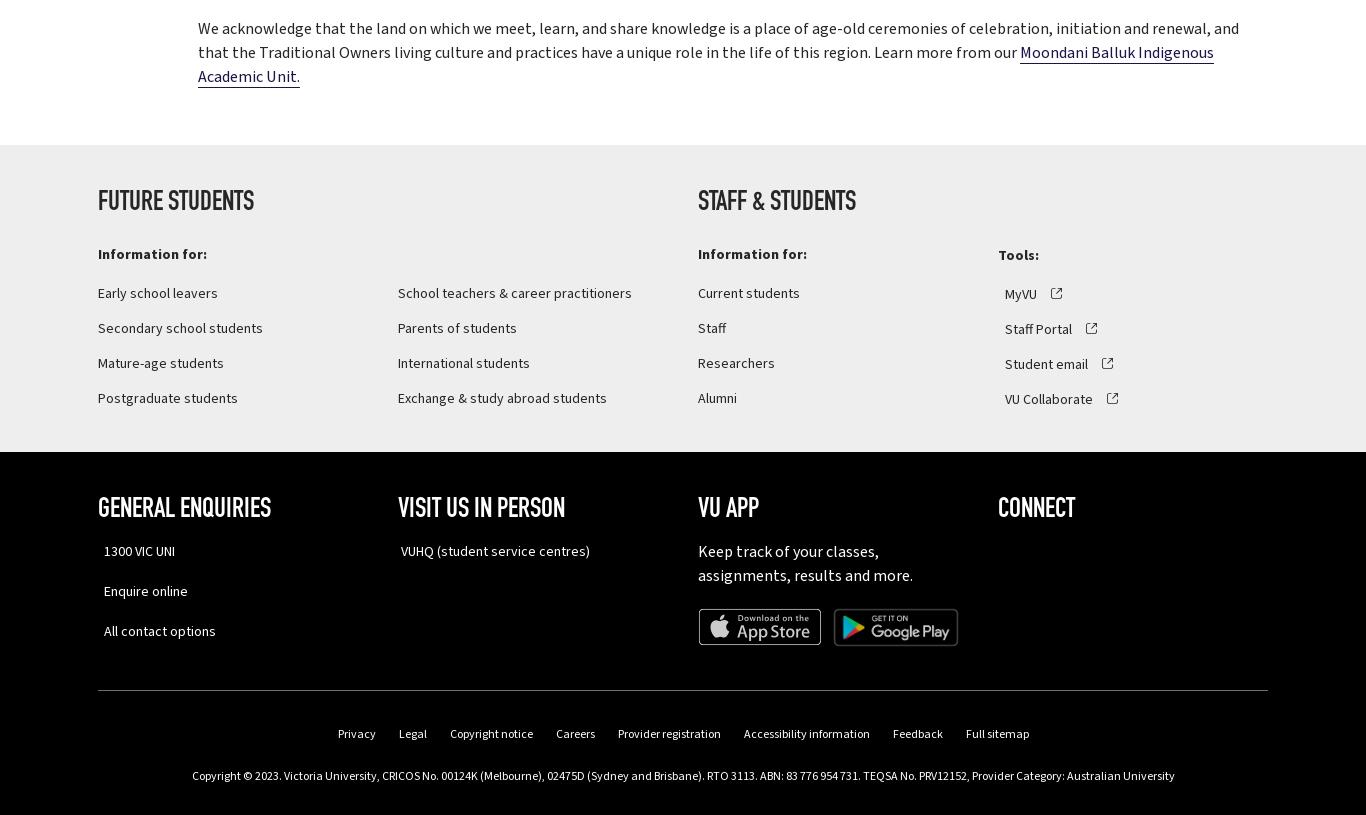 The height and width of the screenshot is (815, 1366). What do you see at coordinates (667, 734) in the screenshot?
I see `'Provider registration'` at bounding box center [667, 734].